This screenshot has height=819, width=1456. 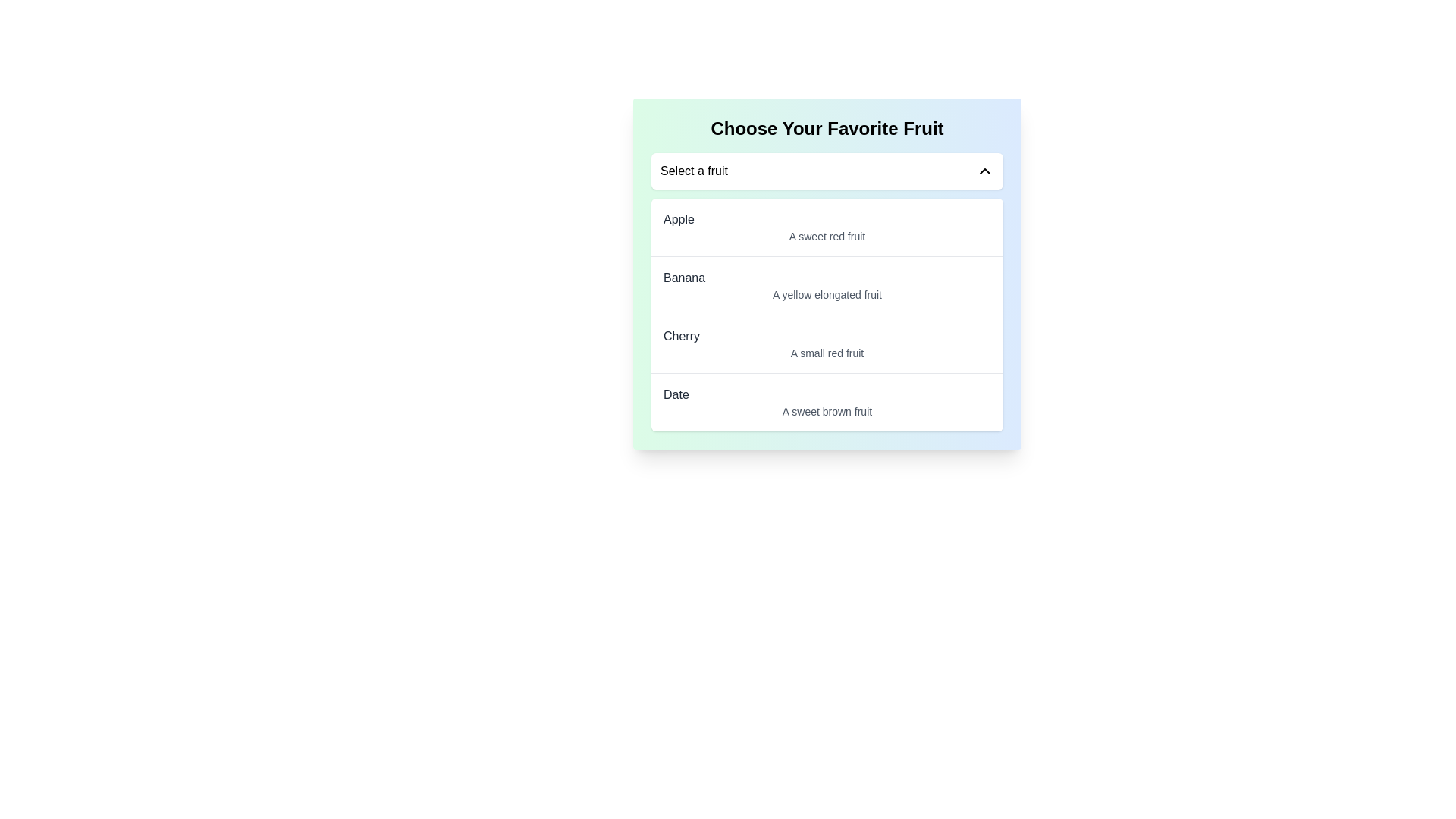 I want to click on the upward-pointing chevron icon inside the 'Select a fruit' dropdown, so click(x=985, y=171).